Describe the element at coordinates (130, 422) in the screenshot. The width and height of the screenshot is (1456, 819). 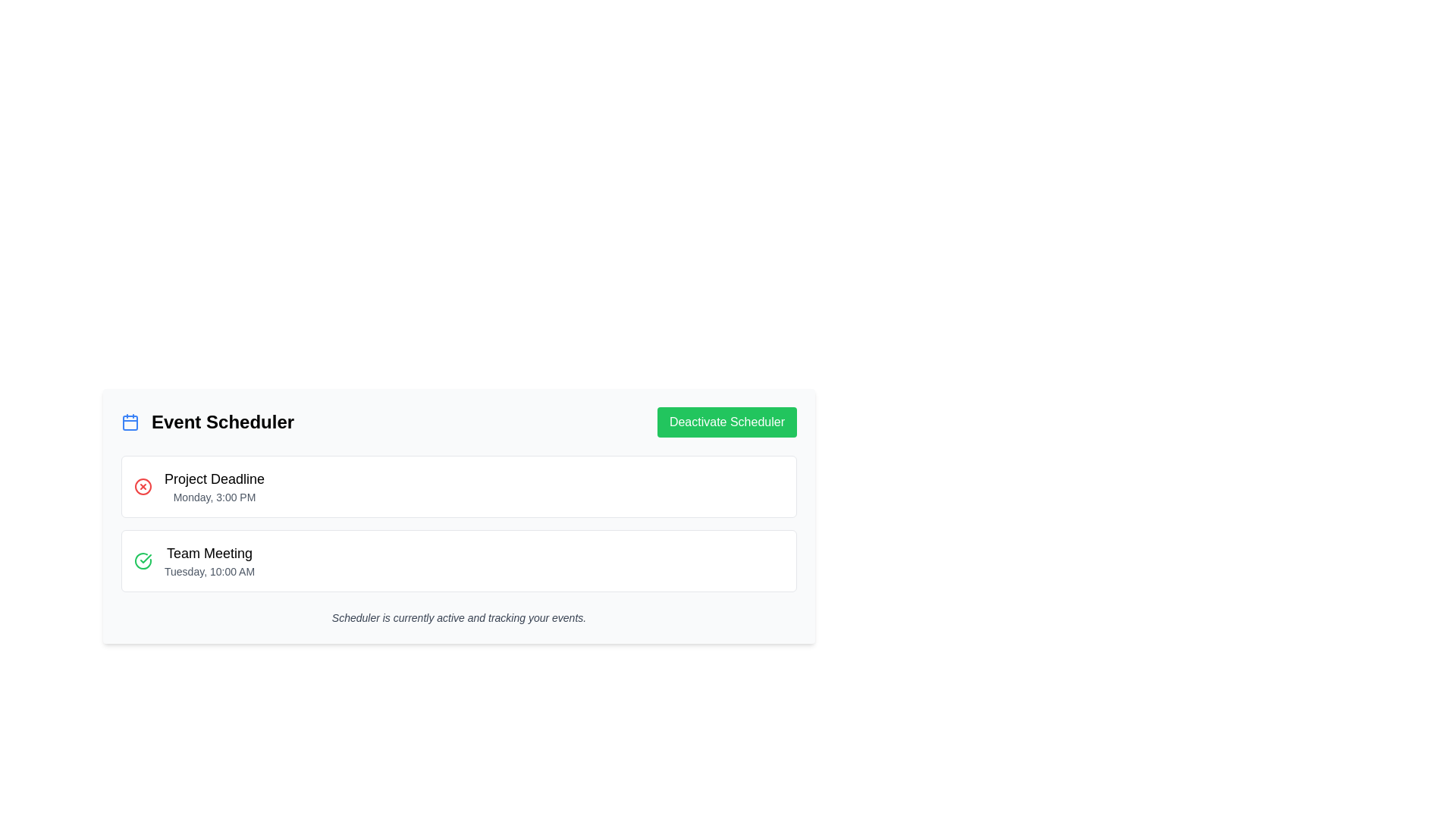
I see `the small calendar icon with a blue outline located to the left of the 'Event Scheduler' text at the top-left section of the white card` at that location.